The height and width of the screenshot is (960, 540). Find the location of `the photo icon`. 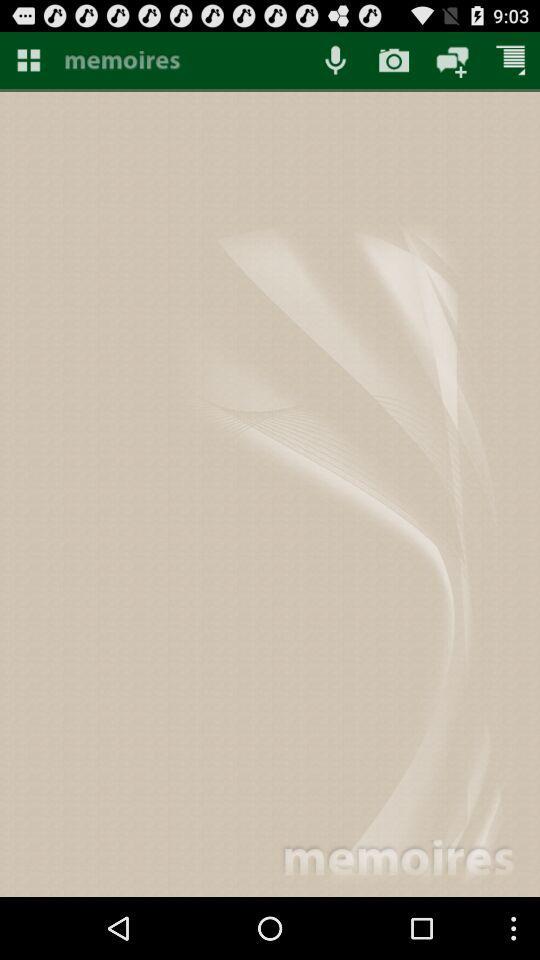

the photo icon is located at coordinates (394, 64).